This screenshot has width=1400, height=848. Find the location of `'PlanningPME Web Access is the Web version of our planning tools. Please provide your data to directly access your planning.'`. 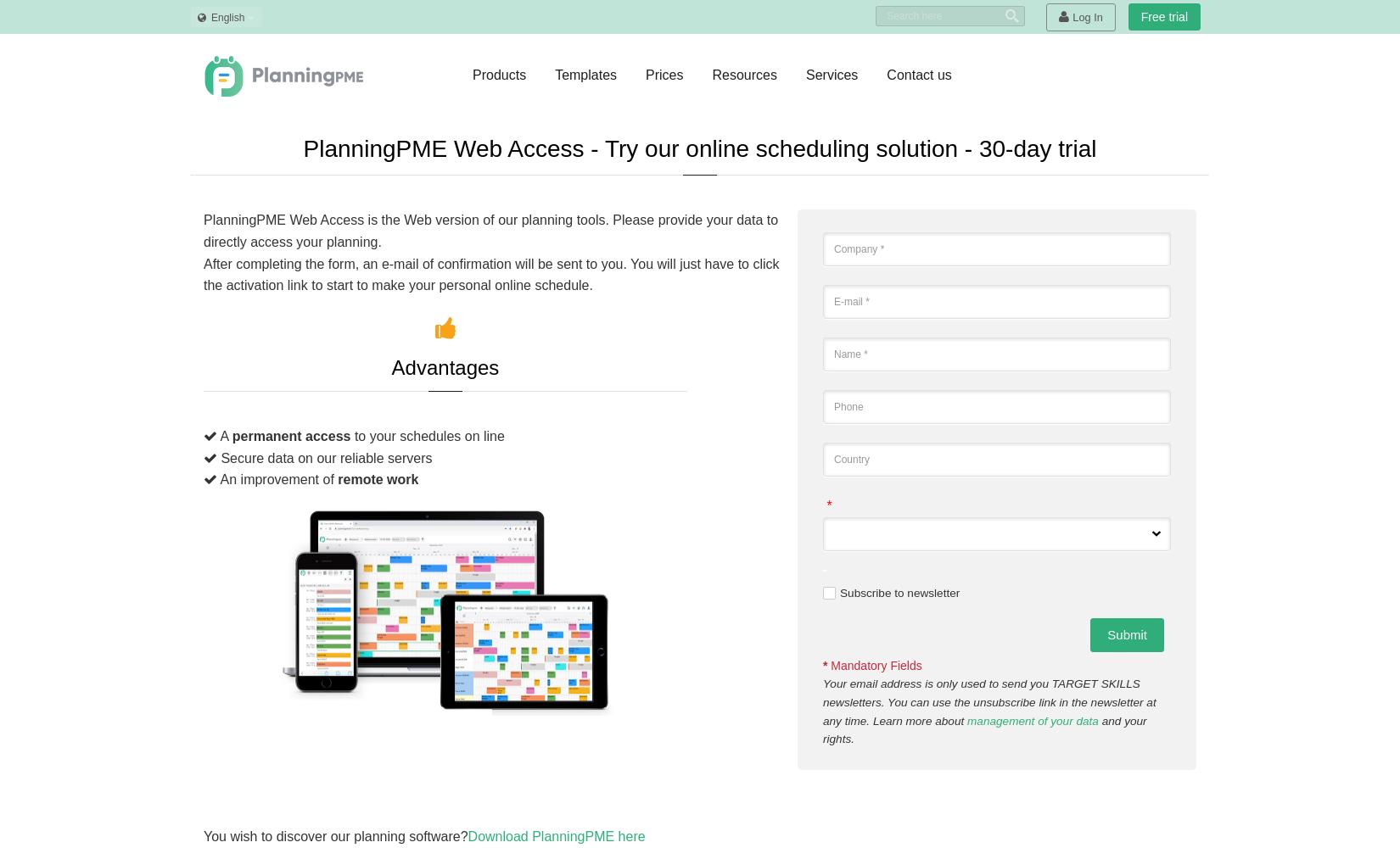

'PlanningPME Web Access is the Web version of our planning tools. Please provide your data to directly access your planning.' is located at coordinates (490, 231).